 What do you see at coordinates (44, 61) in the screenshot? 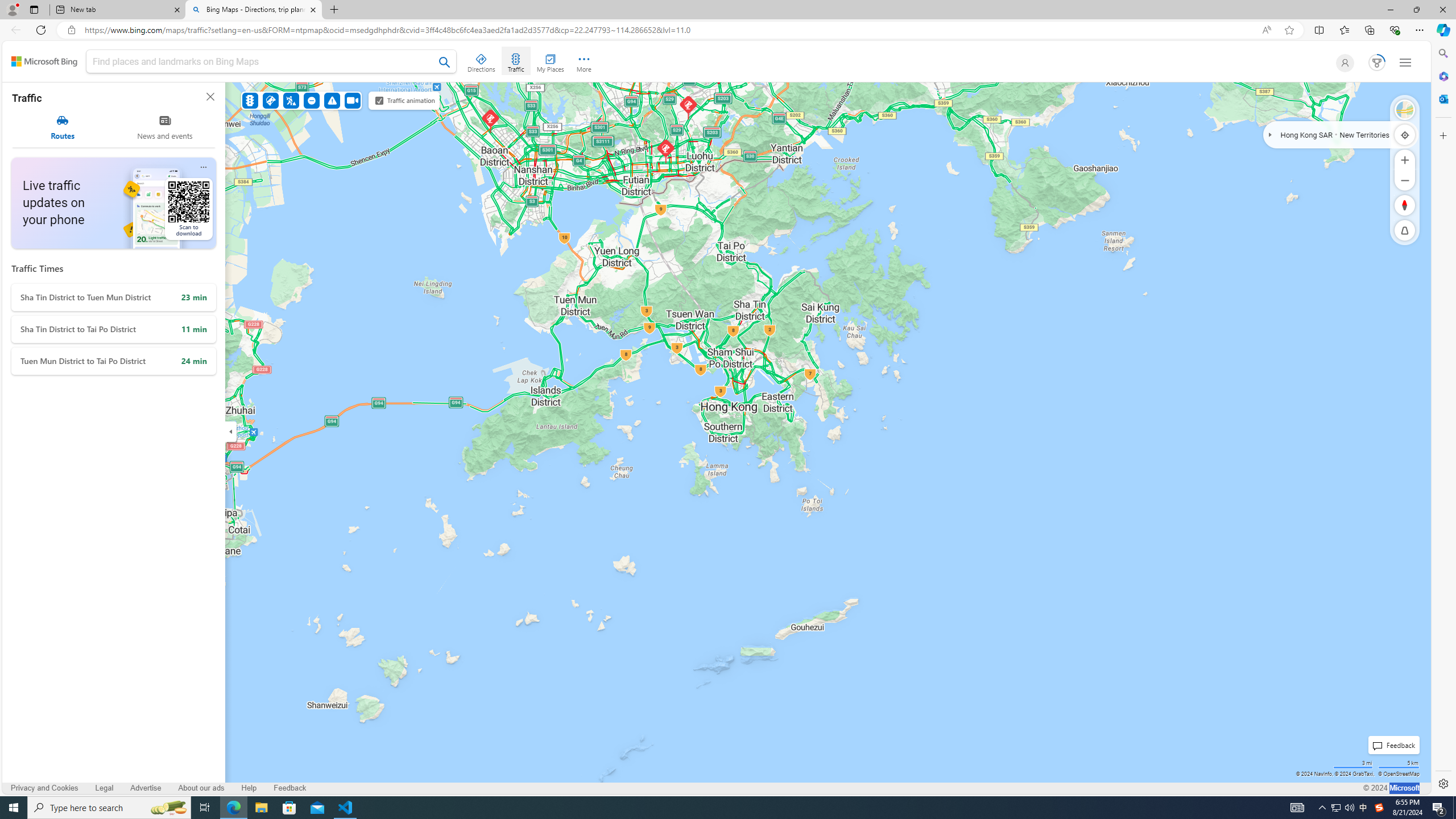
I see `'Back to Bing search'` at bounding box center [44, 61].